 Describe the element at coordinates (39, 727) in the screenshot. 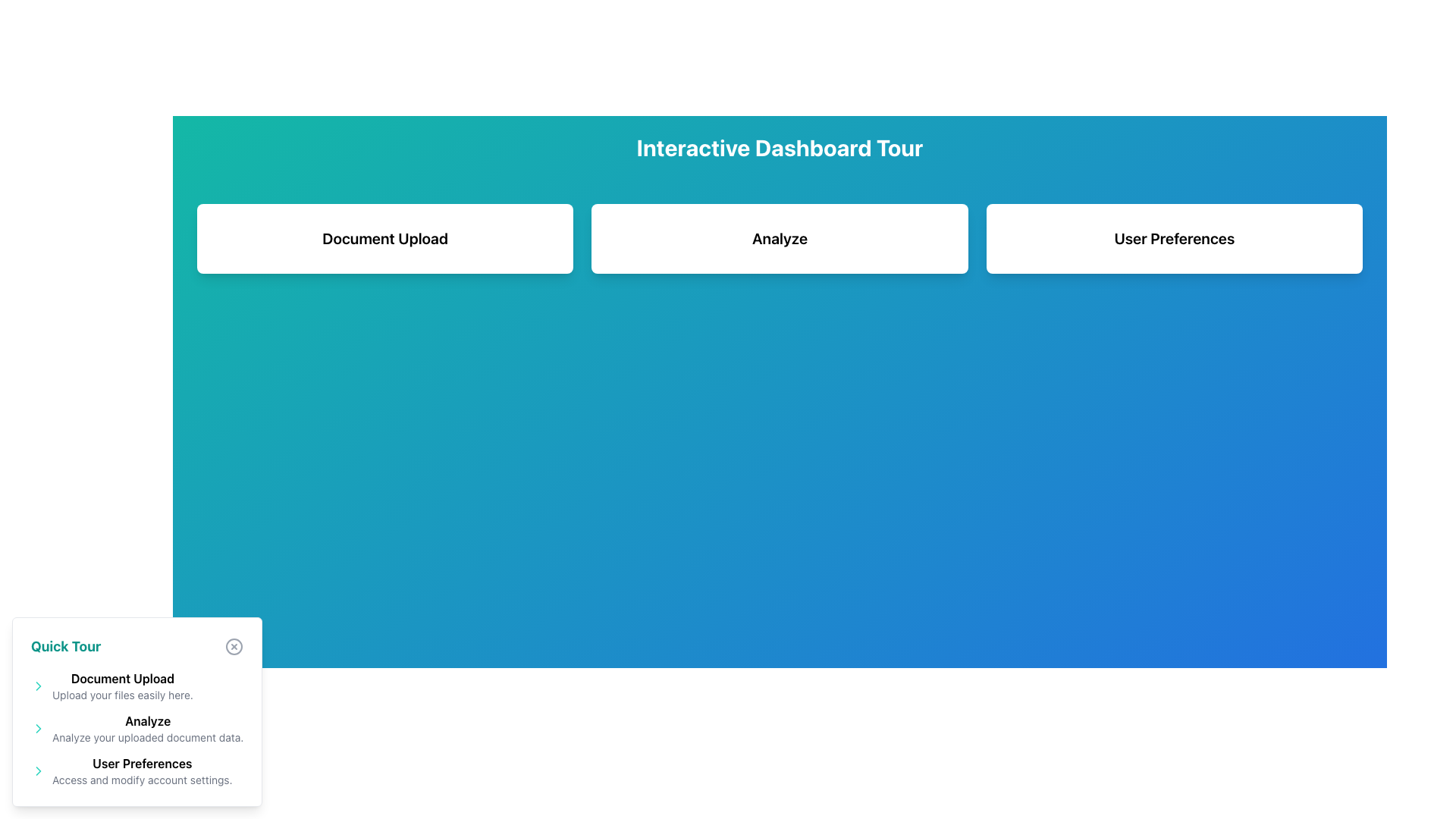

I see `the Arrow Icon located to the left of the 'Analyze' label in the vertical menu, which serves as a visual cue for navigation or selection` at that location.